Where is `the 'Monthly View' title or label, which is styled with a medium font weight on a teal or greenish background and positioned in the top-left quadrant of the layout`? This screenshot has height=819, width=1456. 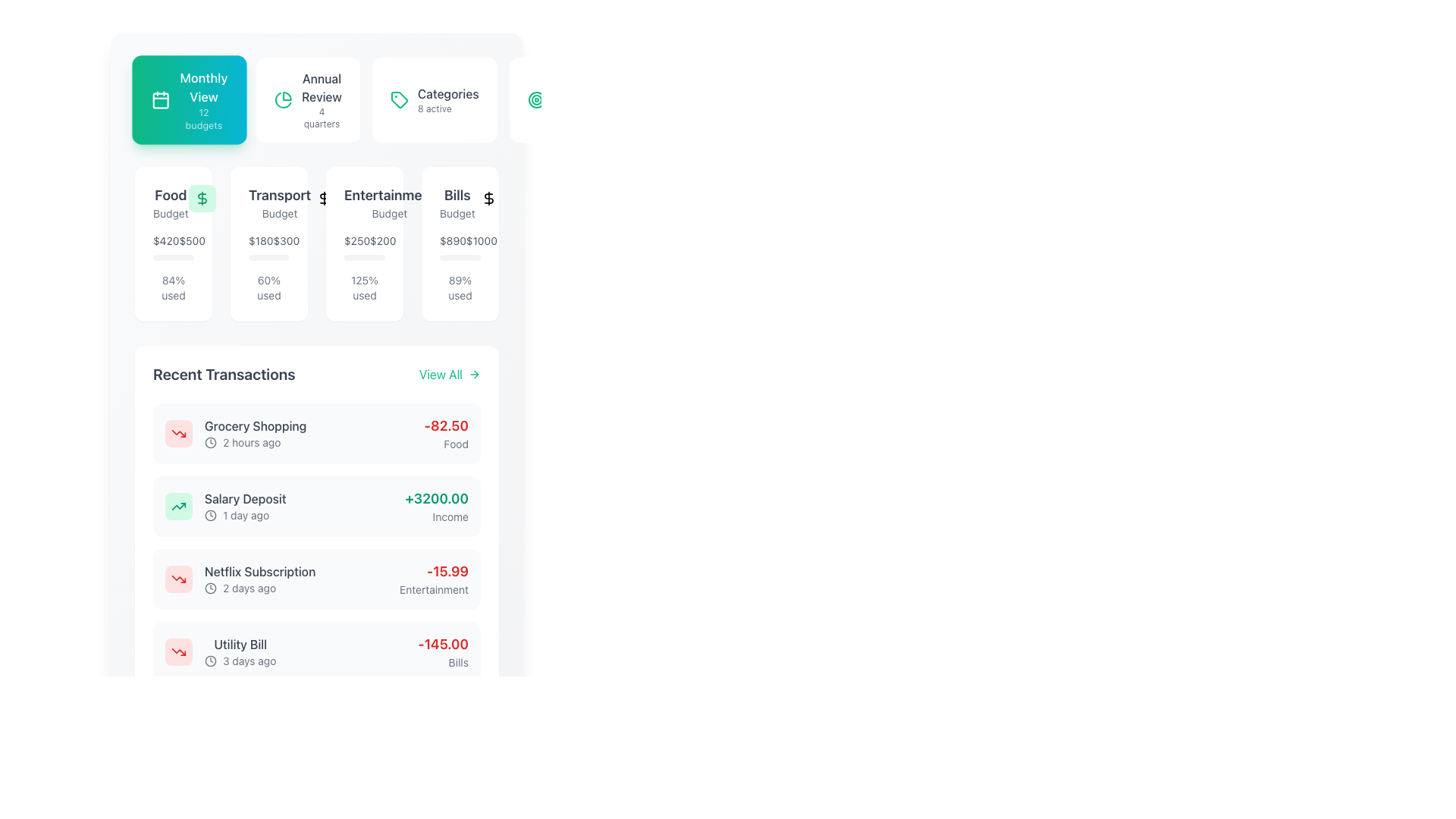 the 'Monthly View' title or label, which is styled with a medium font weight on a teal or greenish background and positioned in the top-left quadrant of the layout is located at coordinates (202, 87).